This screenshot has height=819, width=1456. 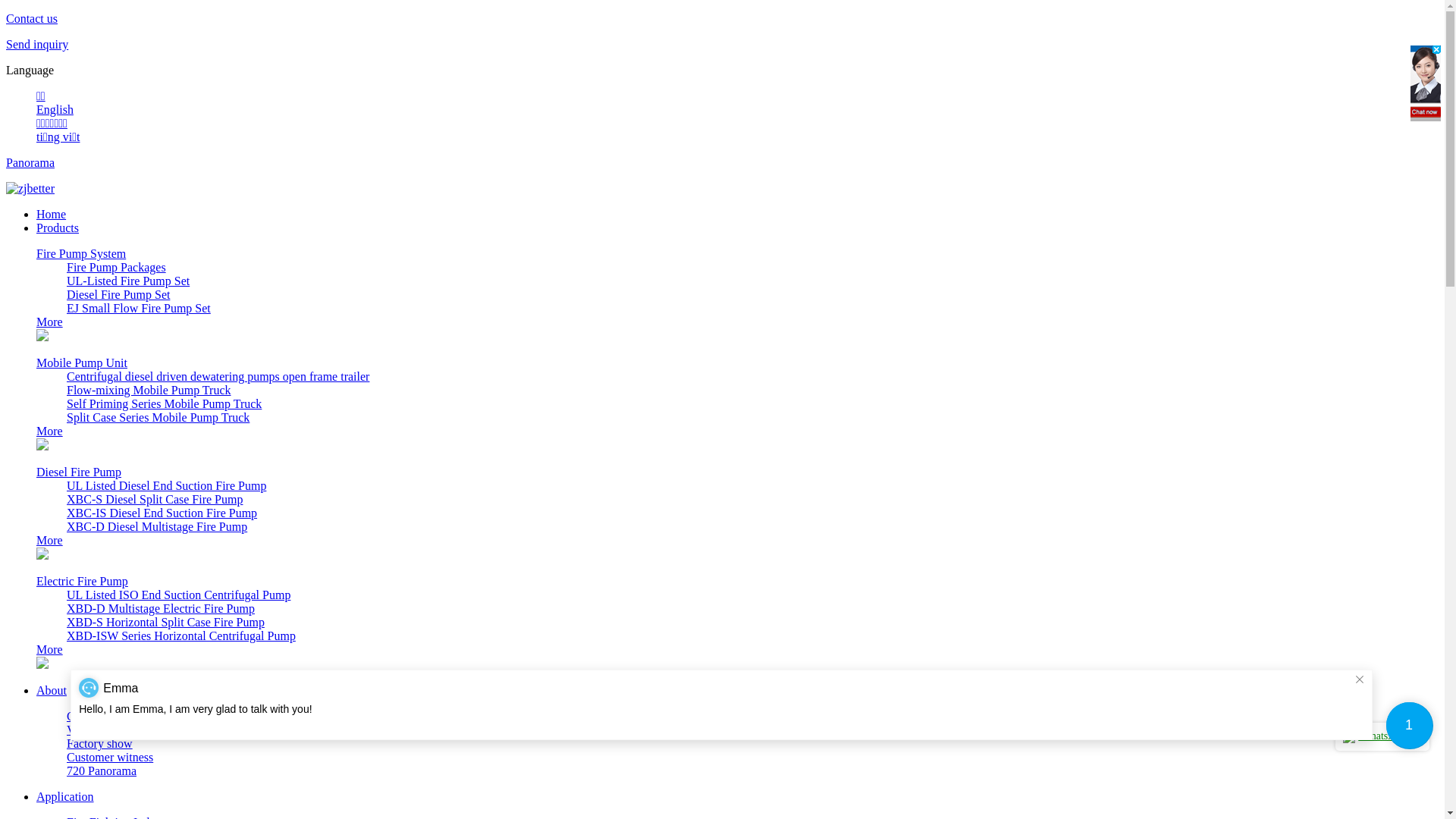 What do you see at coordinates (65, 403) in the screenshot?
I see `'Self Priming Series Mobile Pump Truck'` at bounding box center [65, 403].